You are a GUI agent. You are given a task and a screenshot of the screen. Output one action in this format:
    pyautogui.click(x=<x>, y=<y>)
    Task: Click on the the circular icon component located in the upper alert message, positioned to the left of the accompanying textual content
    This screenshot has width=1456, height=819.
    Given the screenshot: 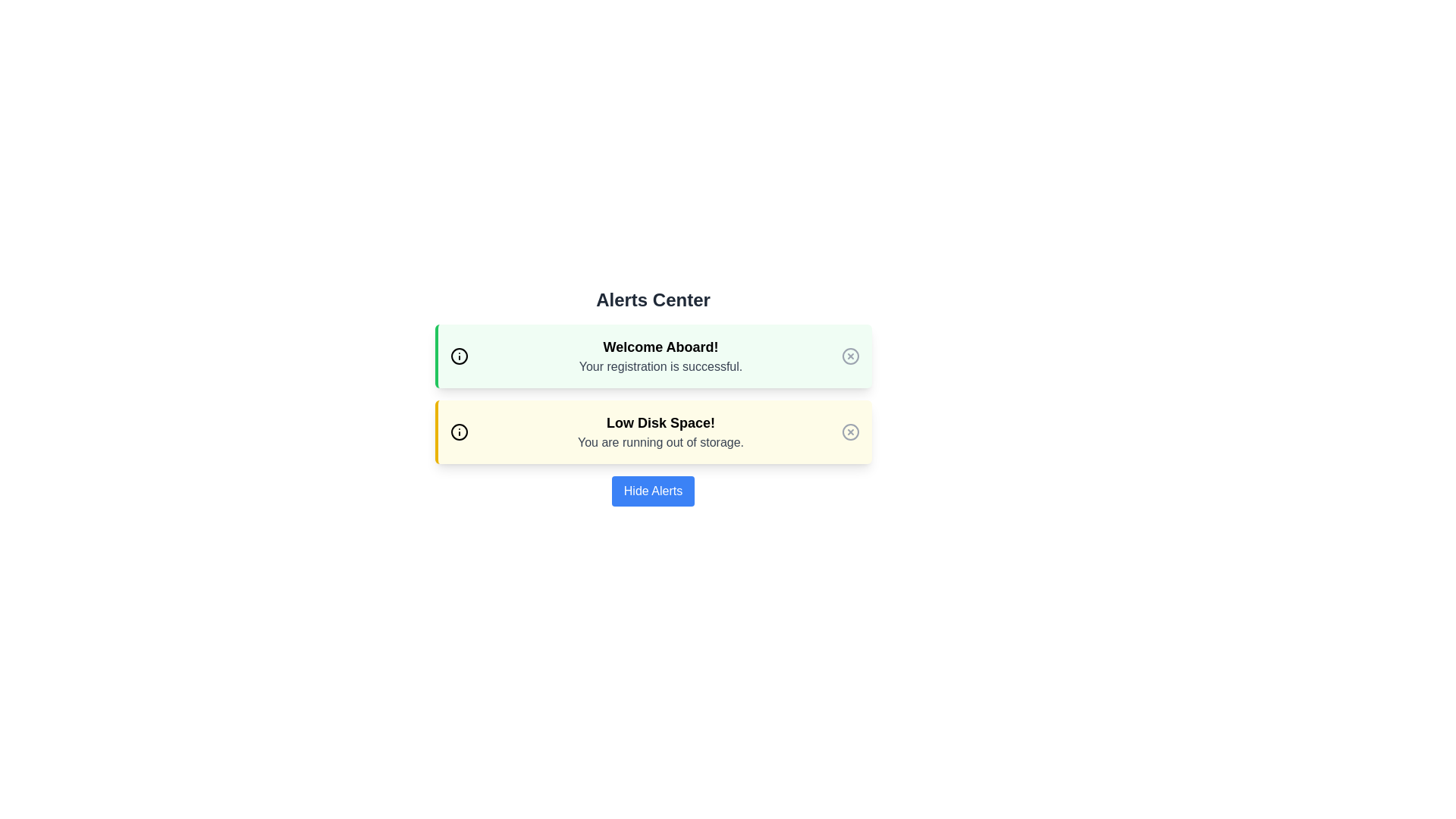 What is the action you would take?
    pyautogui.click(x=458, y=356)
    